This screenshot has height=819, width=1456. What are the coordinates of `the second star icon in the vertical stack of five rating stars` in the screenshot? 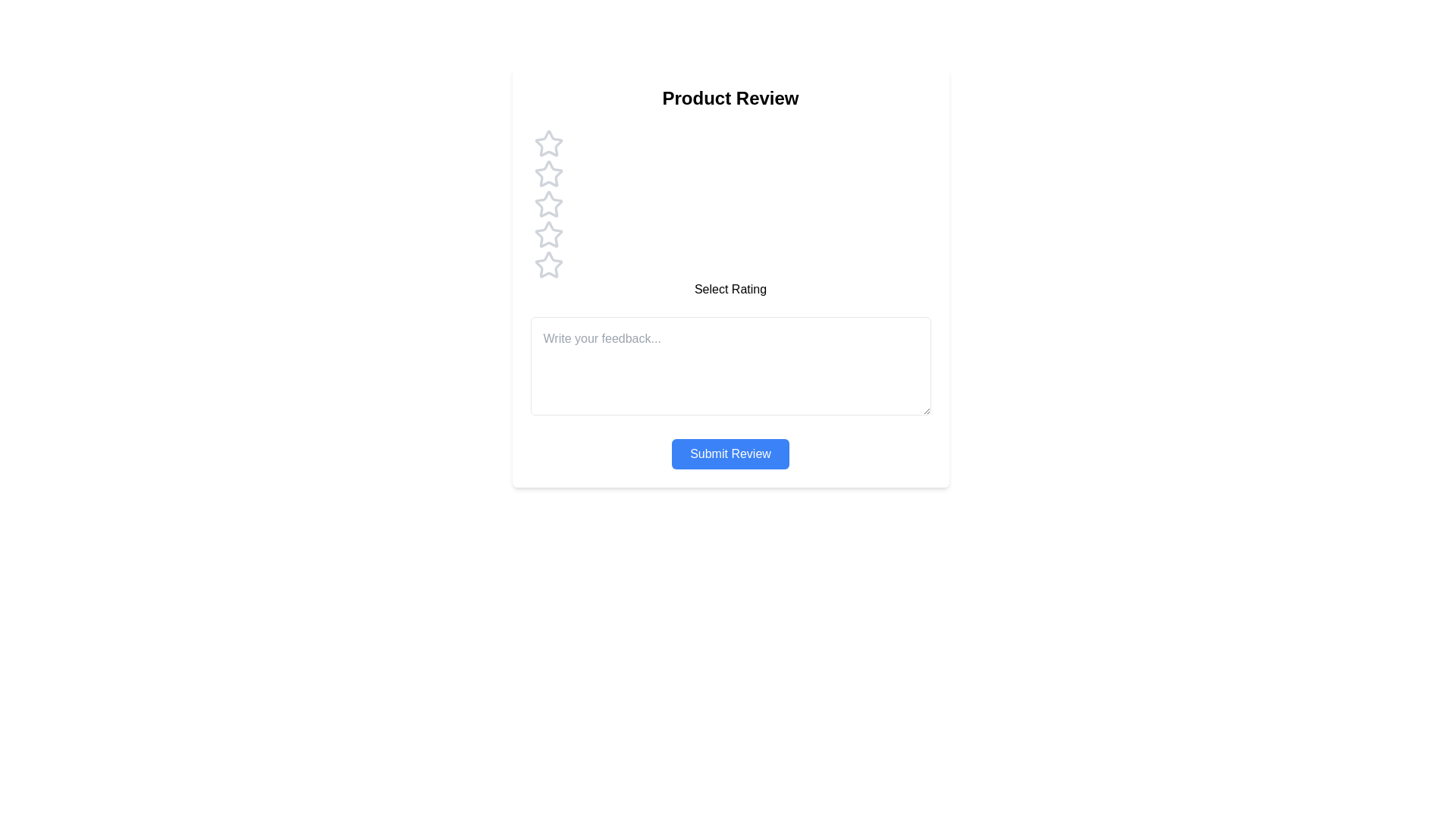 It's located at (548, 174).